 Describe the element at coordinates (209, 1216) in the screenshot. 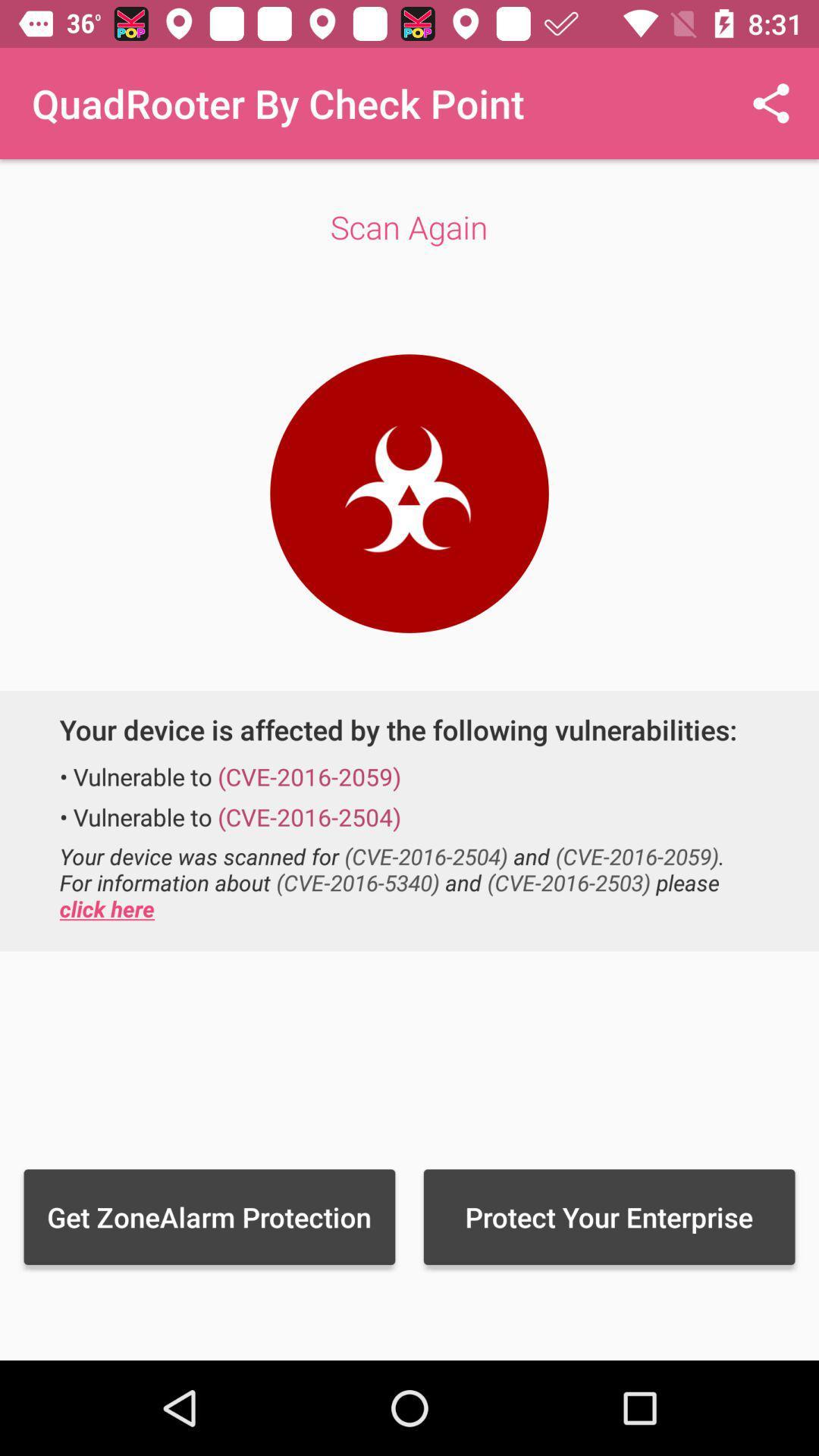

I see `the item next to the protect your enterprise item` at that location.